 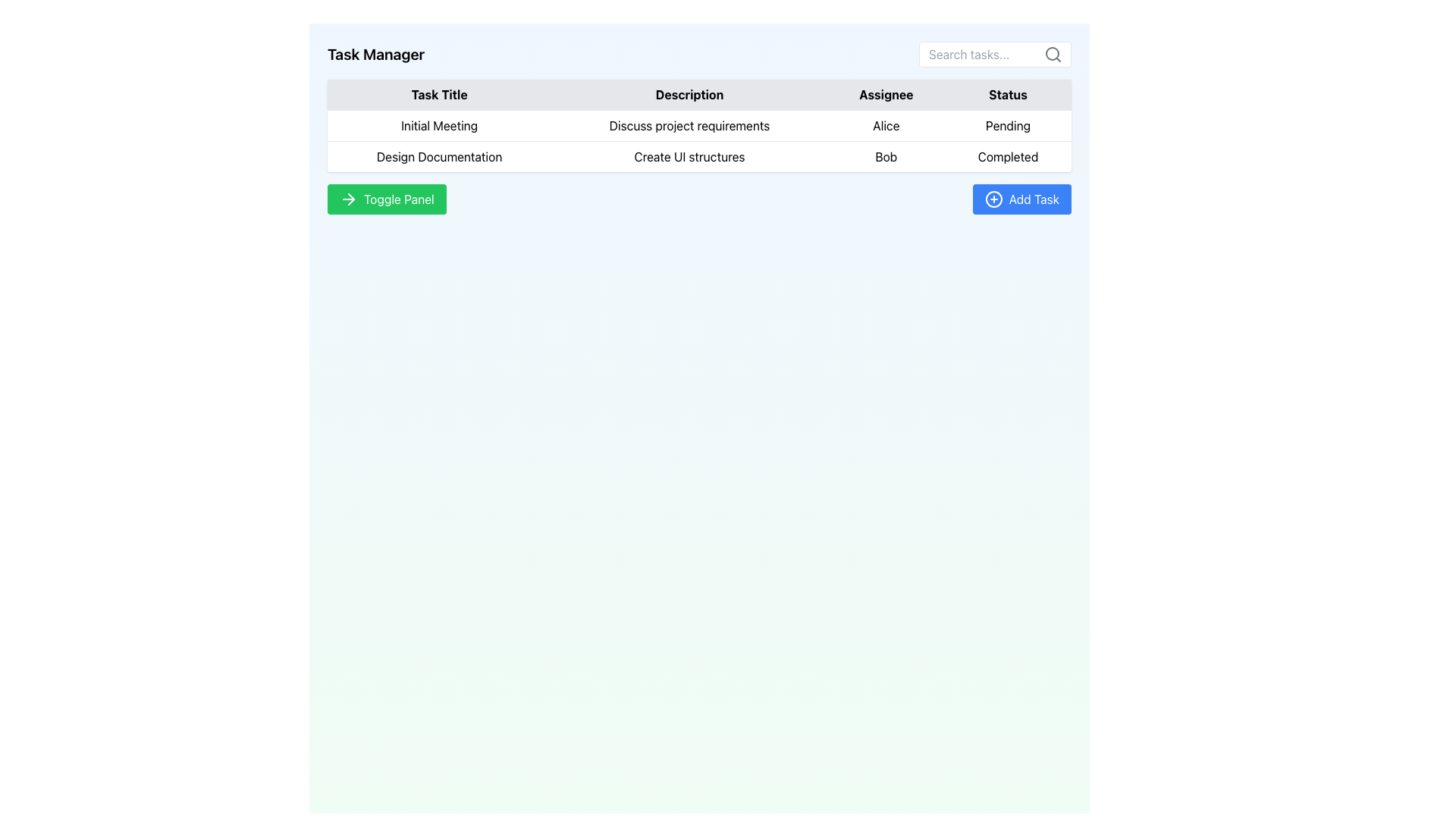 I want to click on the text label indicating the assignee 'Alice' for the task 'Initial Meeting' in the 'Task Manager' interface, so click(x=886, y=124).